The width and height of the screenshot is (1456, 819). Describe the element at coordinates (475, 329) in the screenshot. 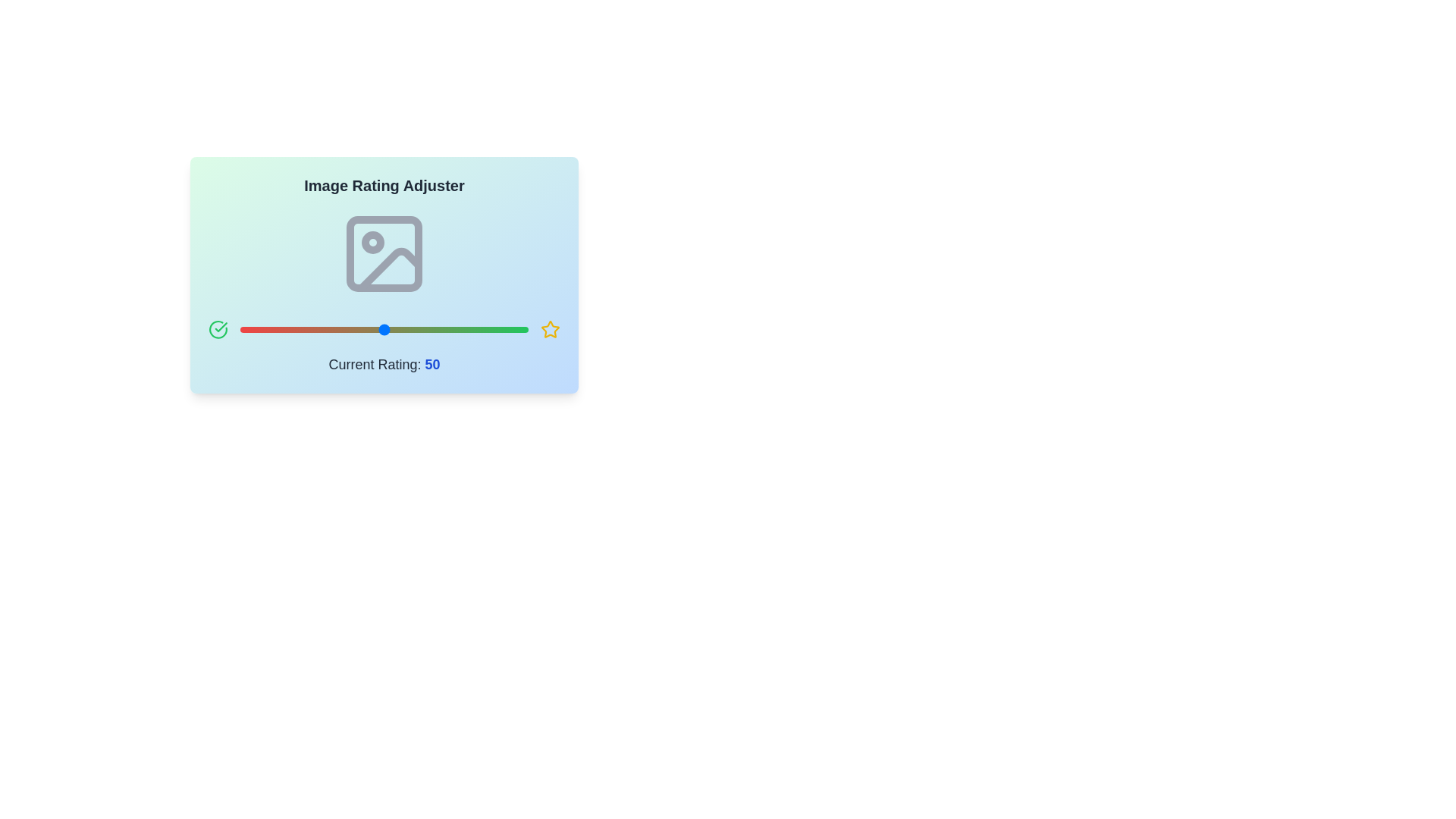

I see `the slider to set the rating to 82` at that location.